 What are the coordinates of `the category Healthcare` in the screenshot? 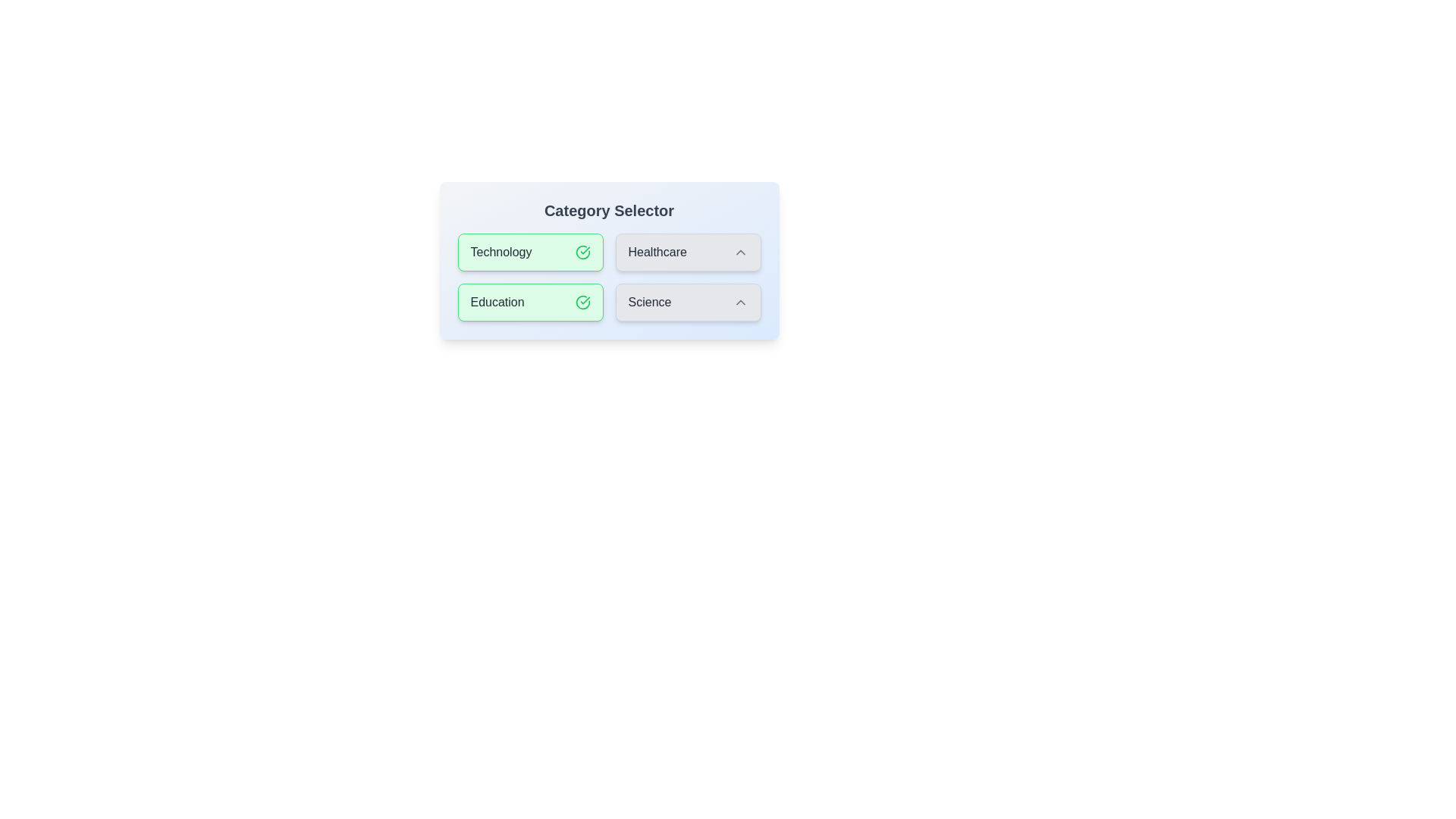 It's located at (687, 251).